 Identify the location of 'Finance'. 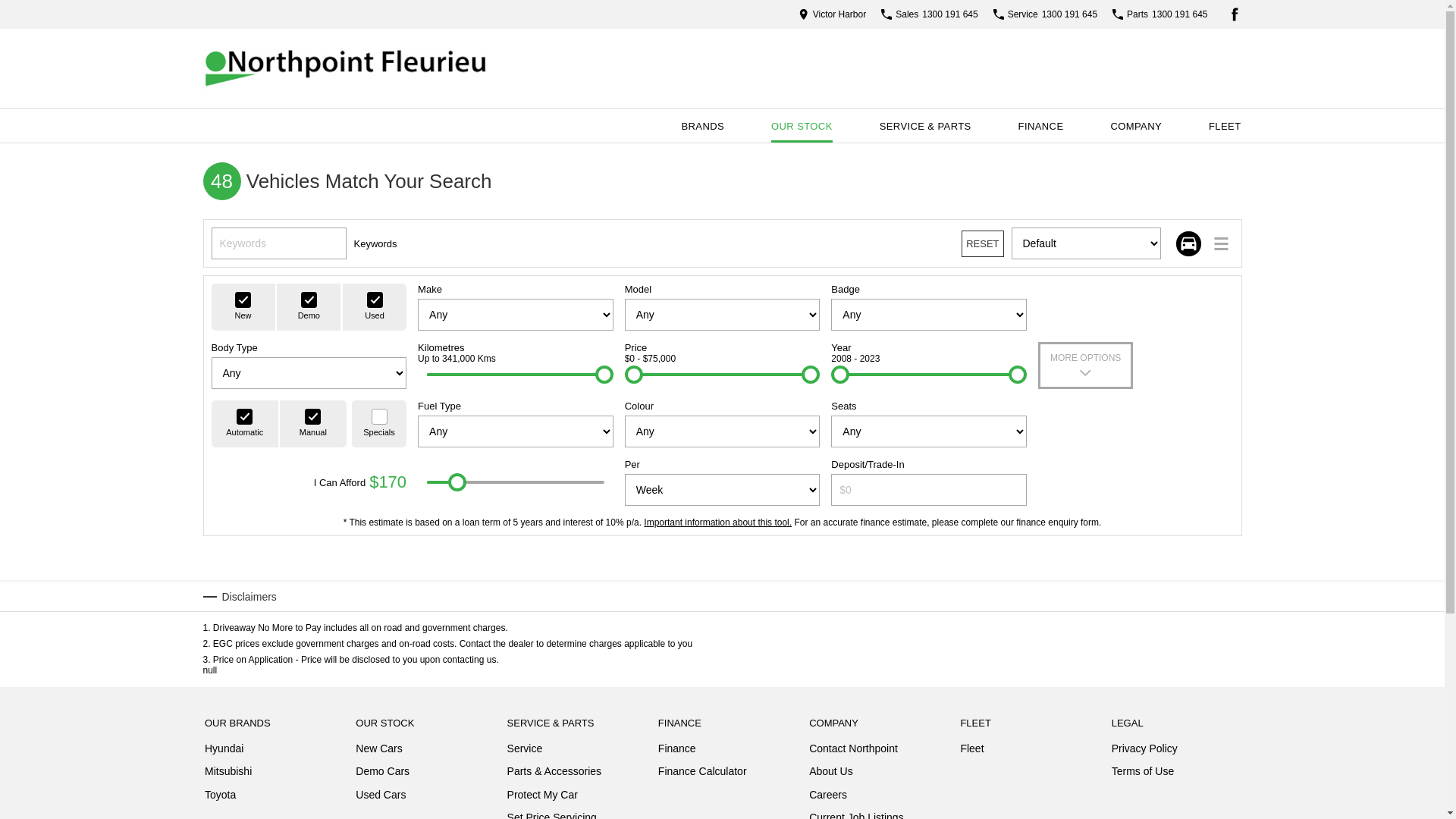
(658, 752).